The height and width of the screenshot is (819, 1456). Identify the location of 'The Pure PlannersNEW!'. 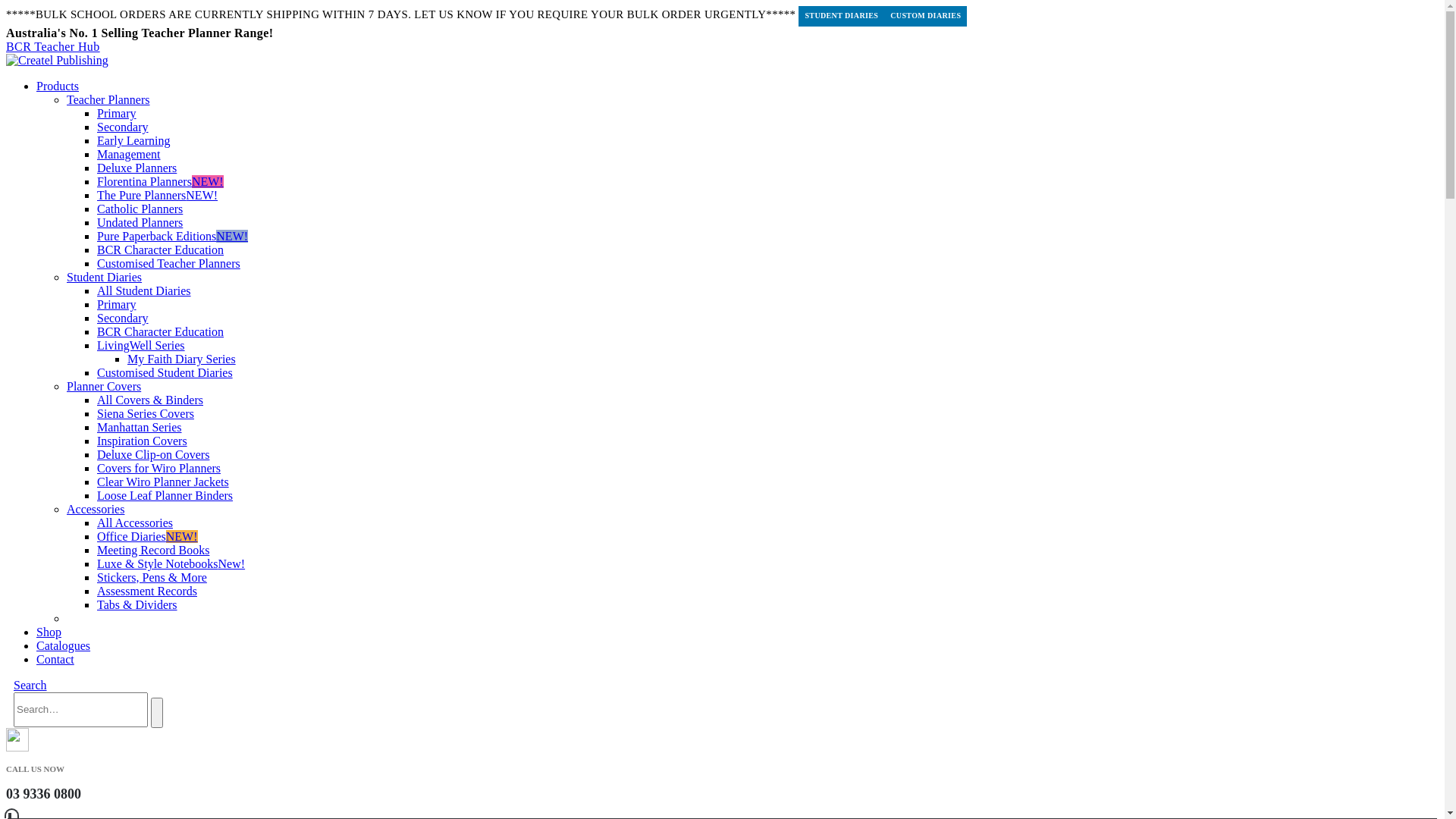
(157, 194).